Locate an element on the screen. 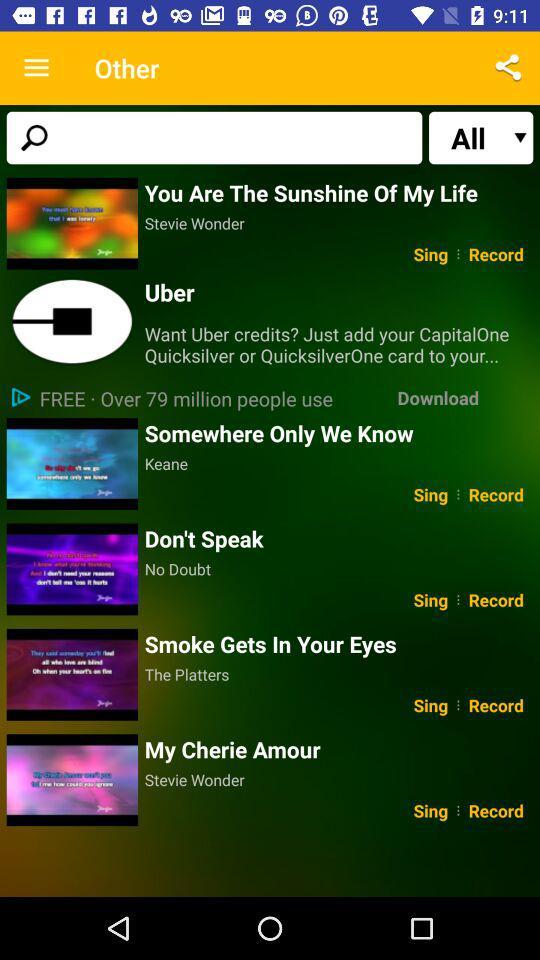 This screenshot has width=540, height=960. the icon to the left of other is located at coordinates (36, 68).